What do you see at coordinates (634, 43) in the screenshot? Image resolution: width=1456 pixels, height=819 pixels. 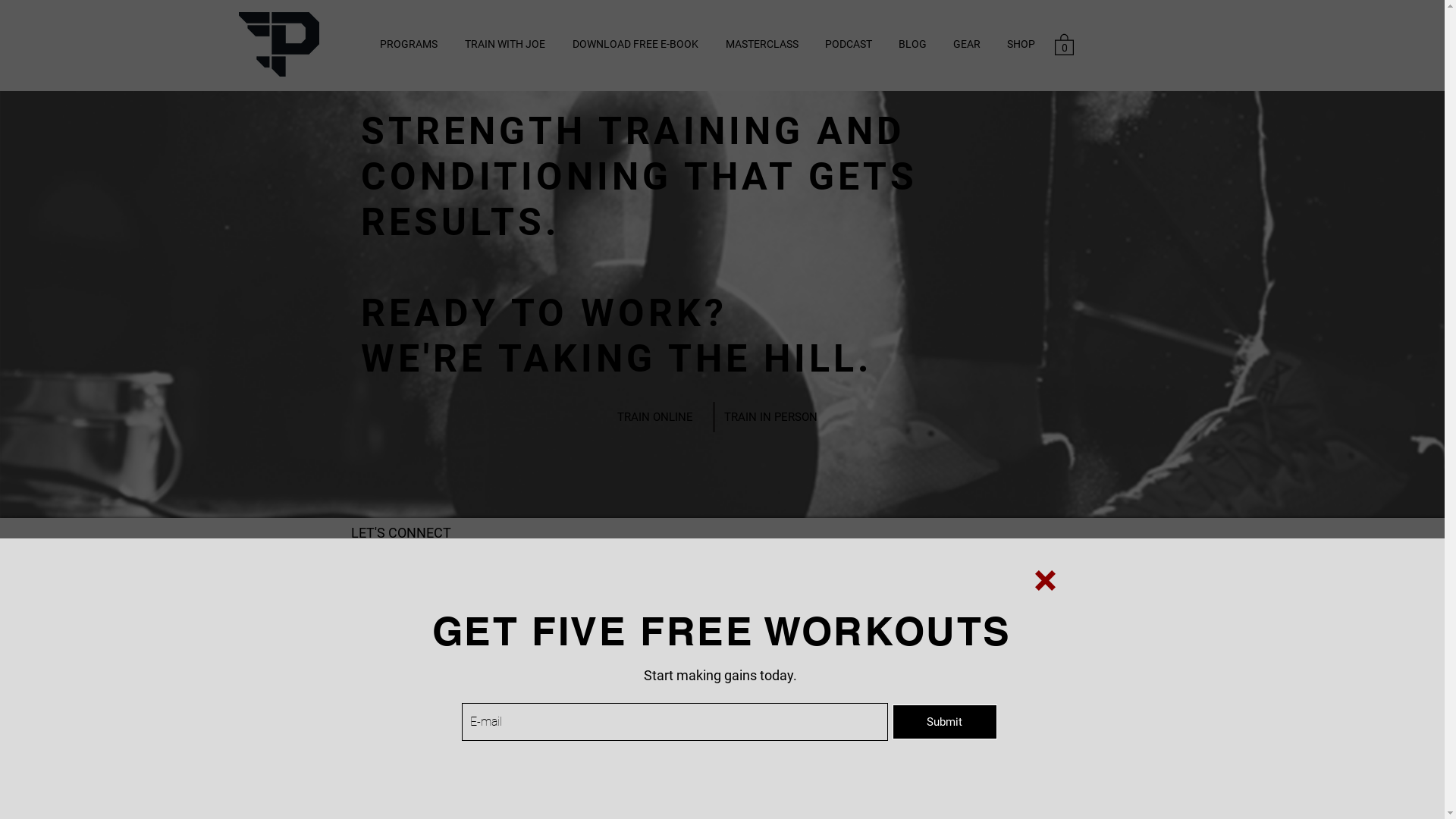 I see `'DOWNLOAD FREE E-BOOK'` at bounding box center [634, 43].